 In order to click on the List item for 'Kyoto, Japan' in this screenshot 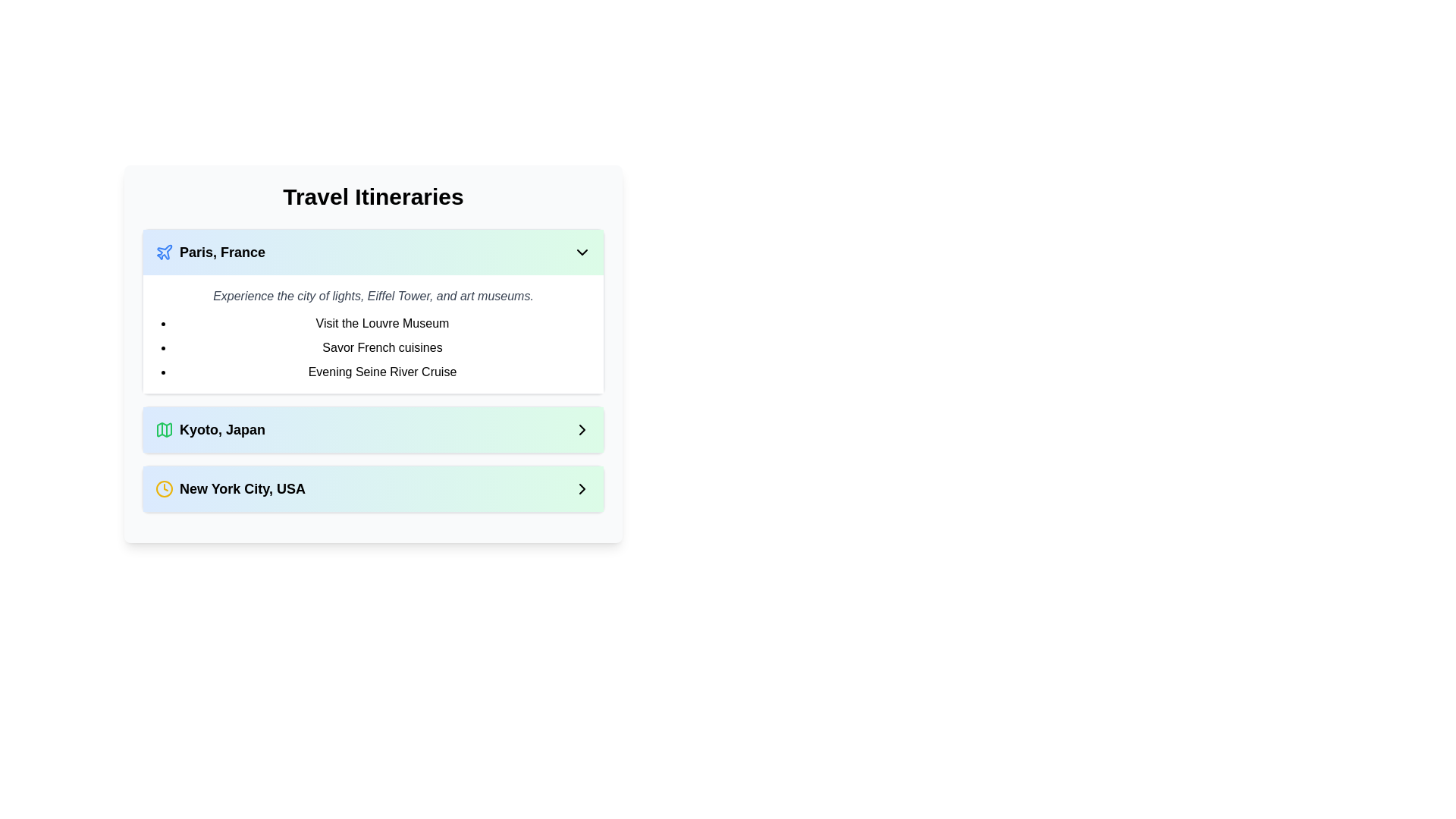, I will do `click(373, 430)`.